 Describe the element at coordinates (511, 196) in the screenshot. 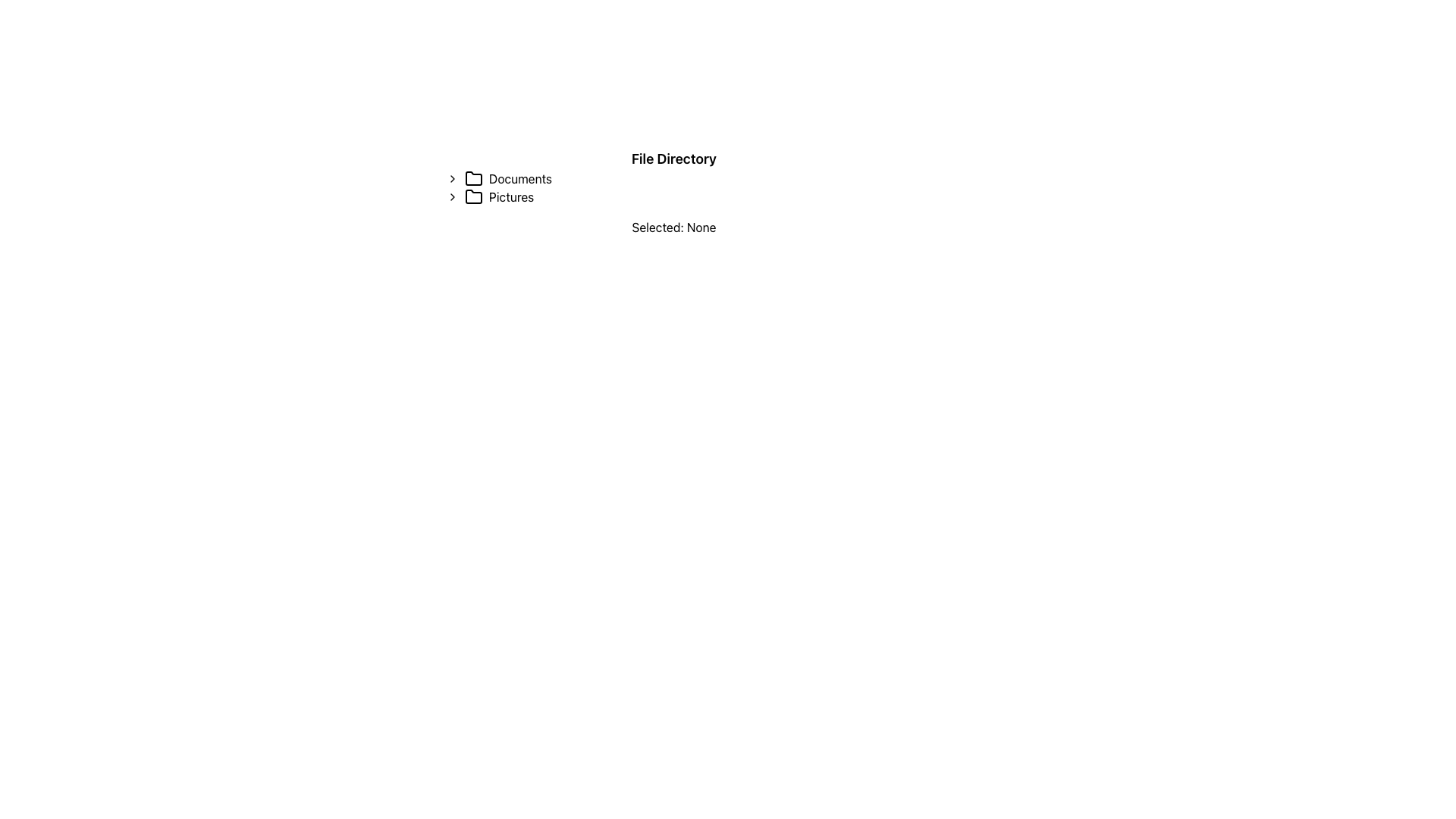

I see `the text label 'Pictures'` at that location.